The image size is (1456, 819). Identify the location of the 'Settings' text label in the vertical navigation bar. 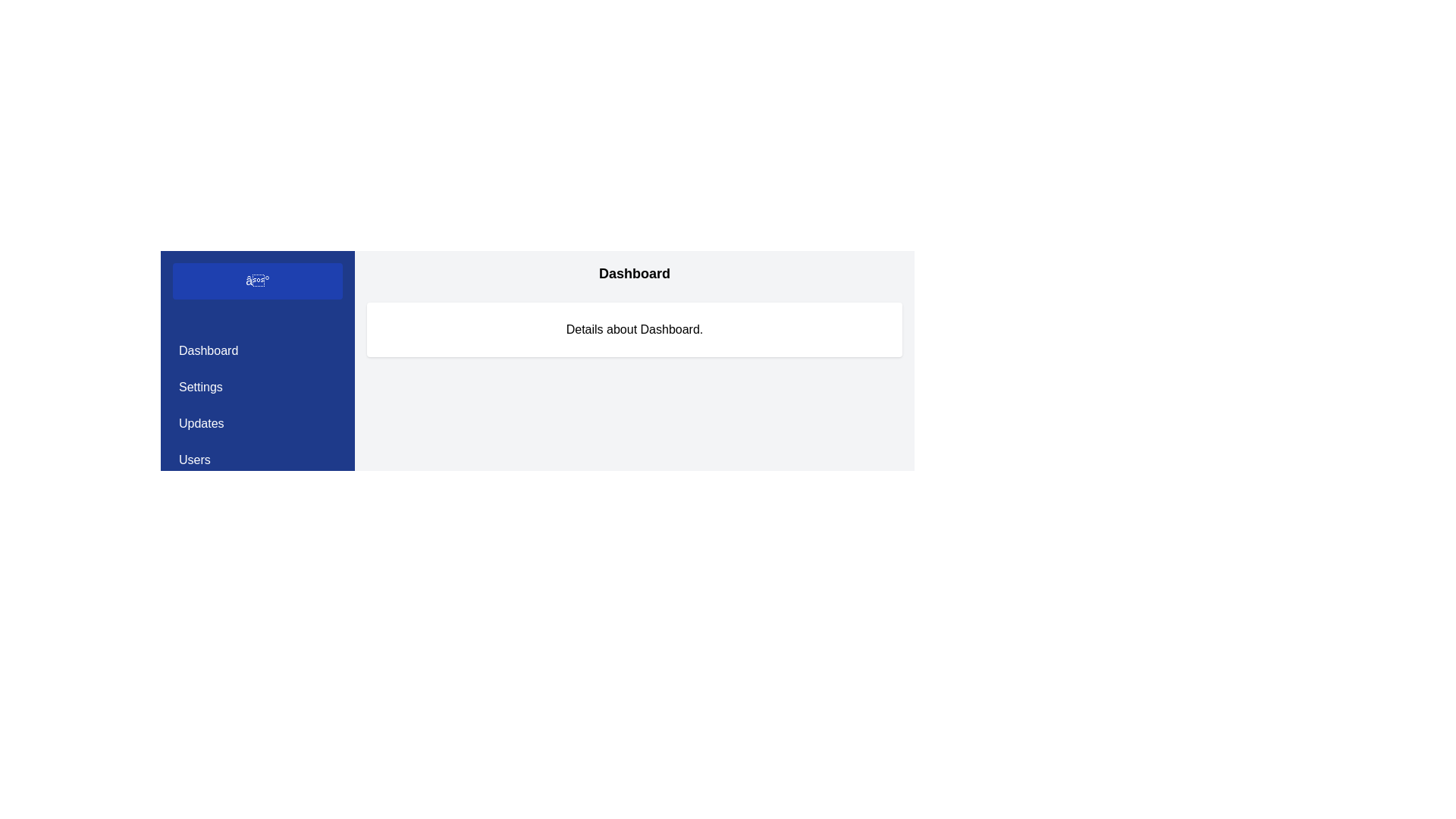
(199, 386).